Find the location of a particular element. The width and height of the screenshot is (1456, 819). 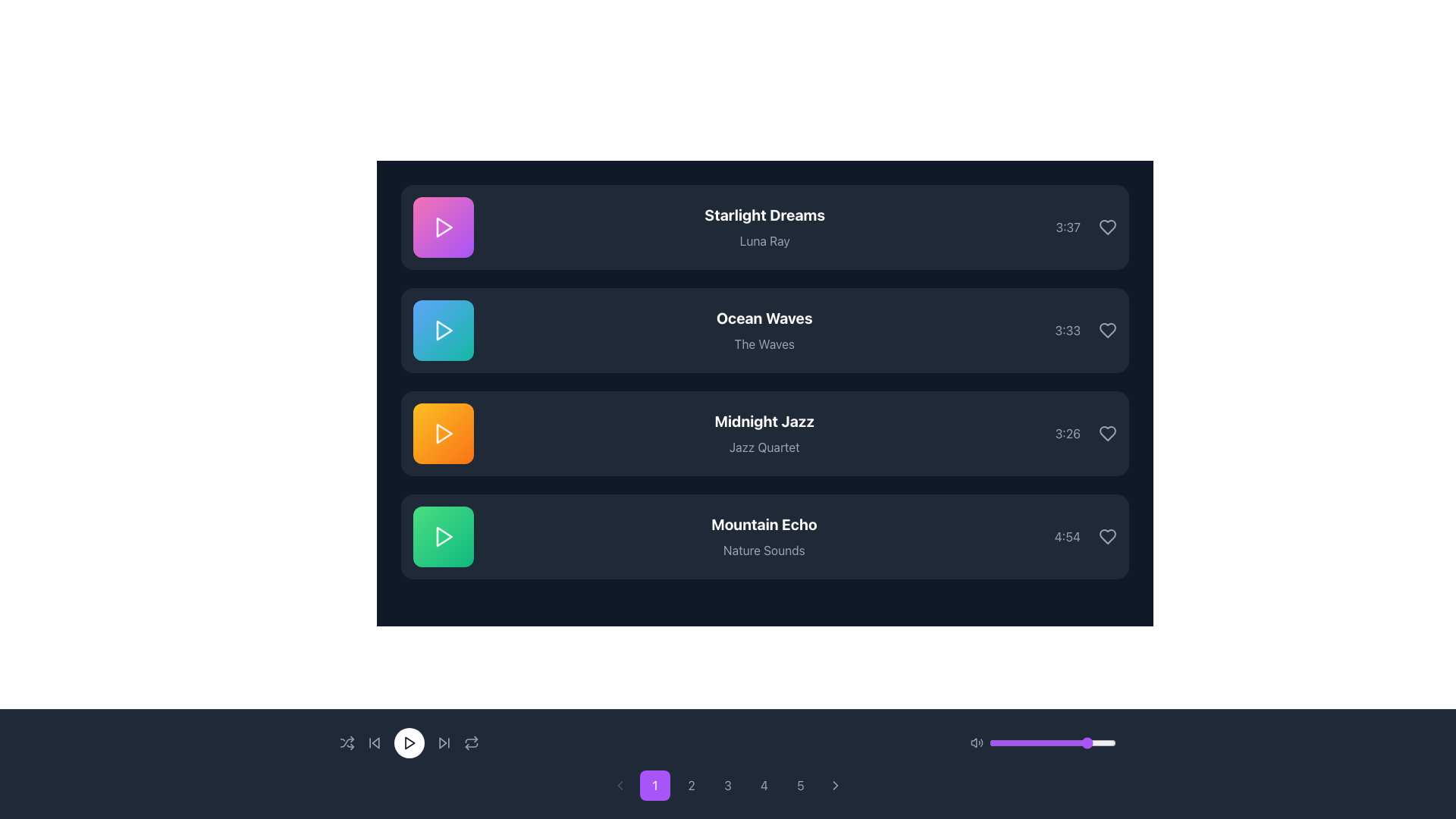

the favorite button located in the first row of the list next to the time '3:37' for the 'Starlight Dreams' entry to mark it as favorite is located at coordinates (1107, 227).